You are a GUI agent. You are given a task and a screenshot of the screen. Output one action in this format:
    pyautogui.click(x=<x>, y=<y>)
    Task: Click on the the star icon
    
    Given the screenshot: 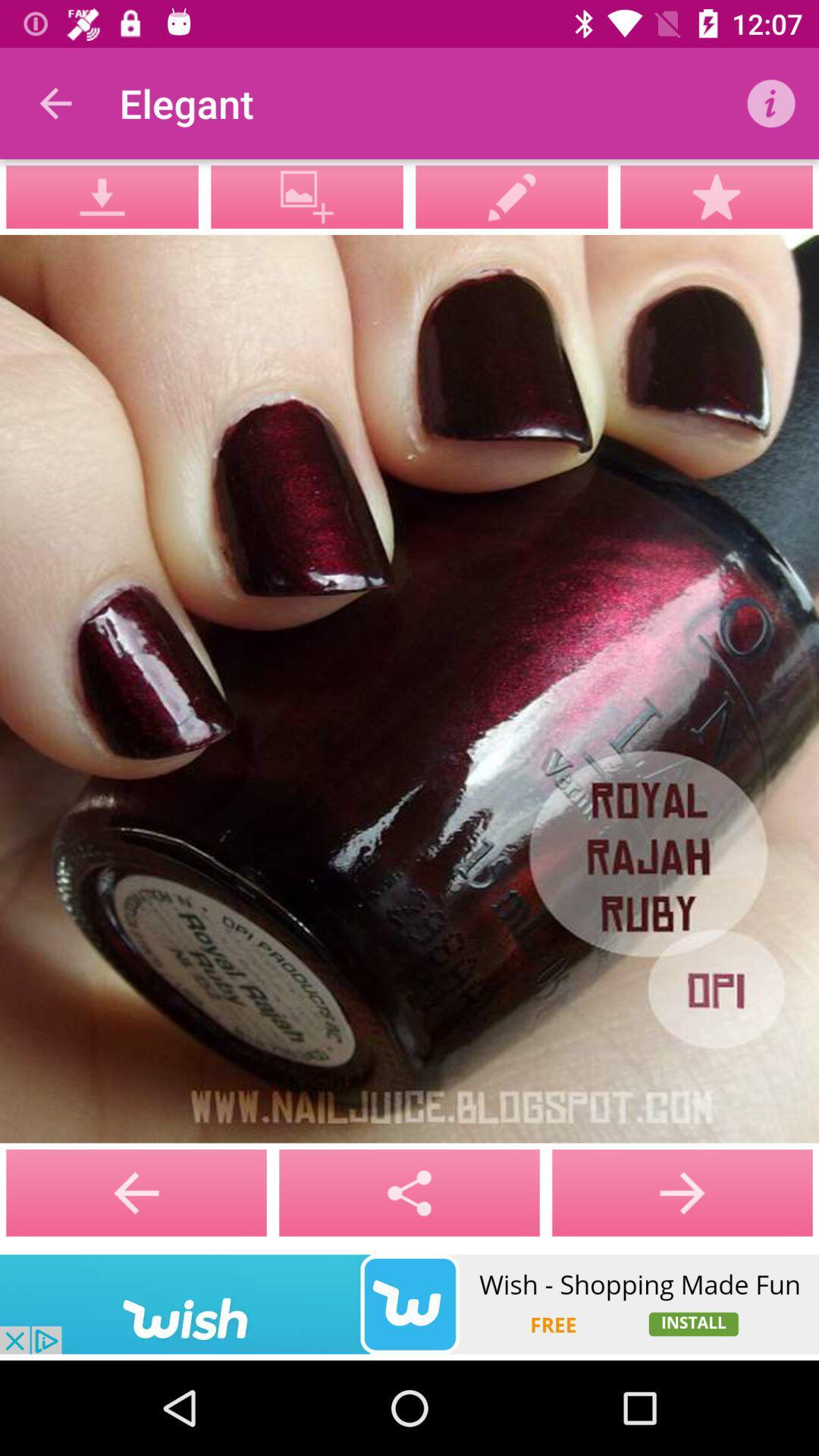 What is the action you would take?
    pyautogui.click(x=717, y=196)
    